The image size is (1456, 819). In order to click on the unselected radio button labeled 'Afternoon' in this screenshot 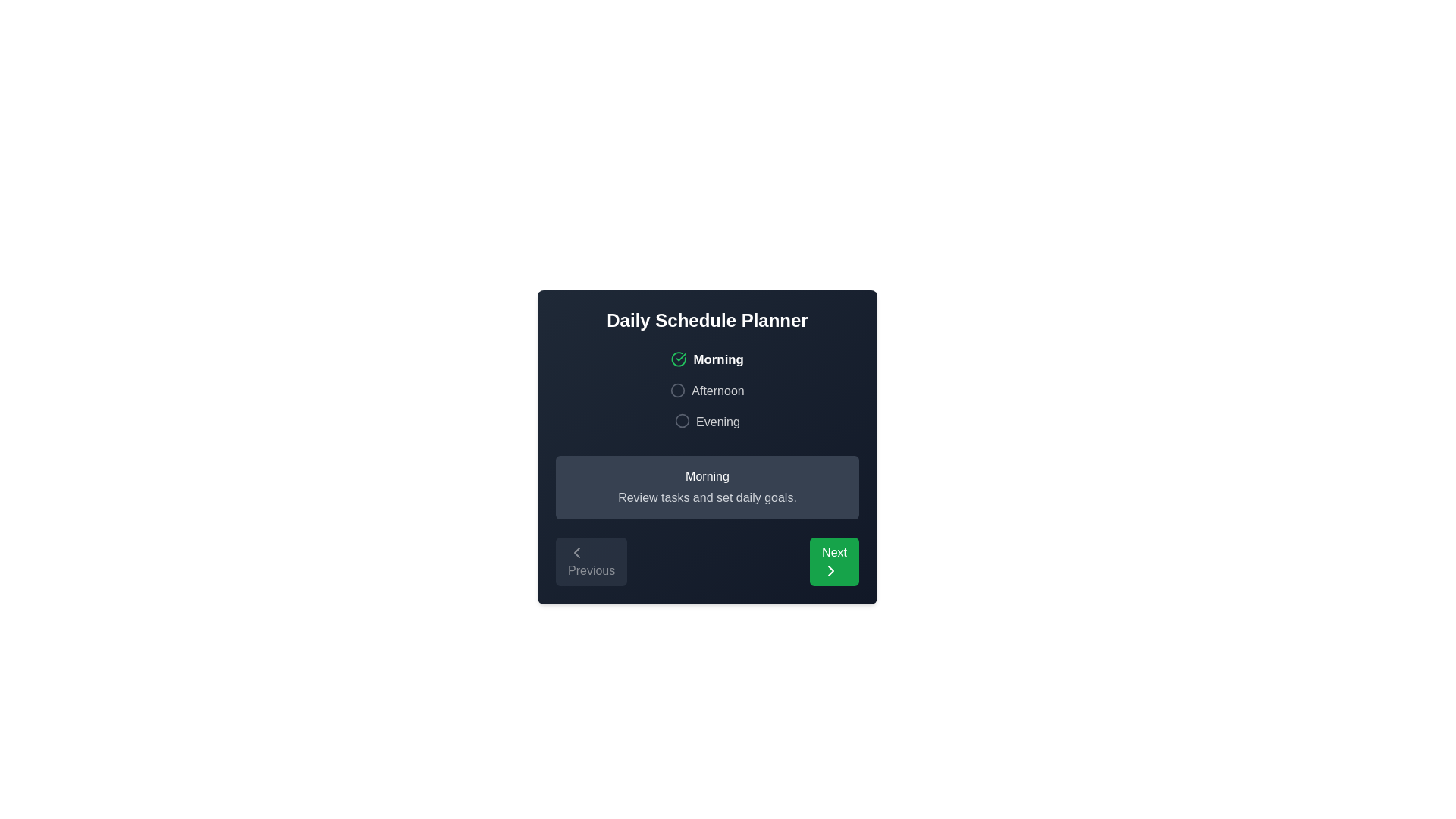, I will do `click(706, 391)`.